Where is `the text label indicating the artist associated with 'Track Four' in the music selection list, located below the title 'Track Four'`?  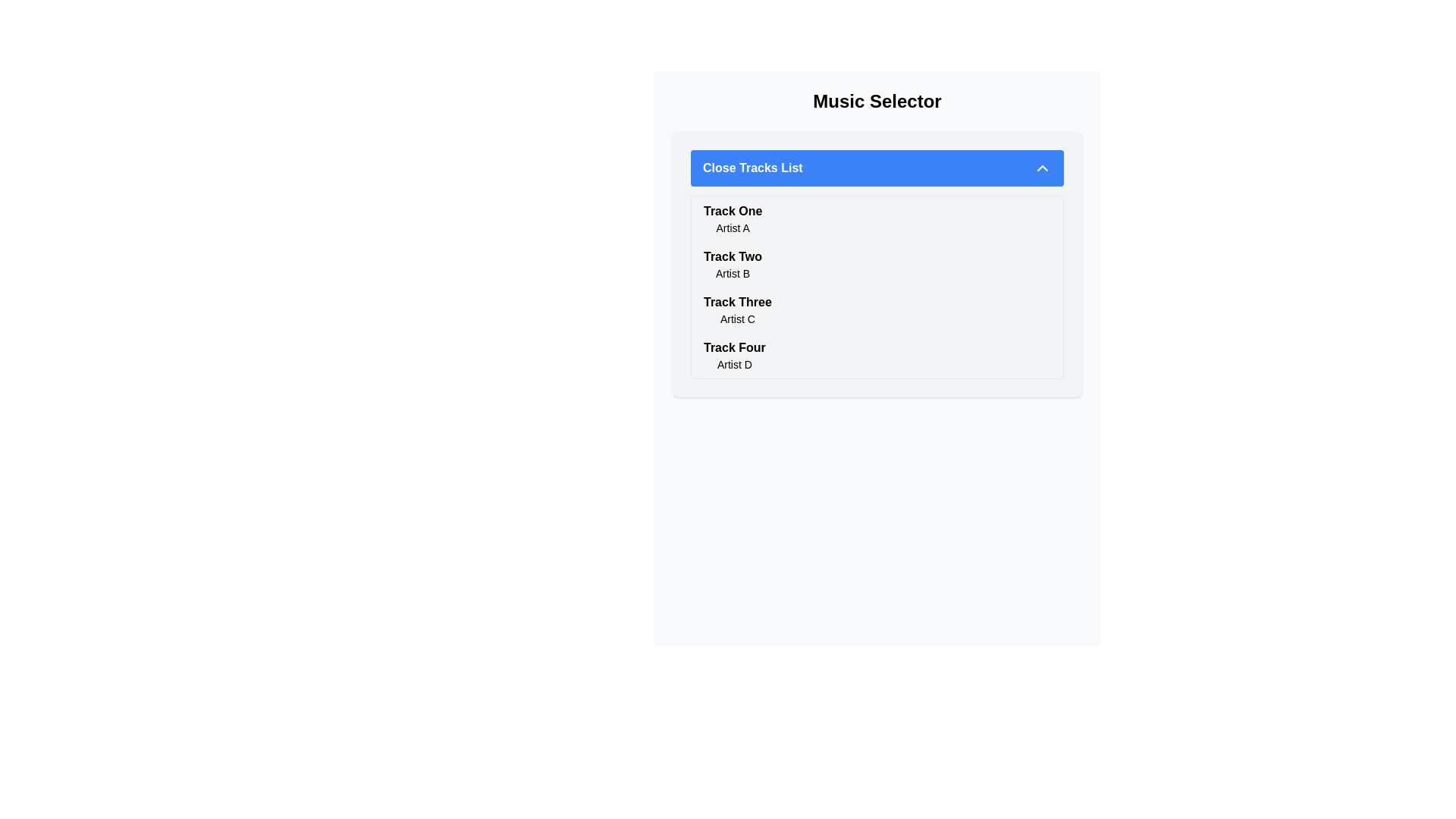 the text label indicating the artist associated with 'Track Four' in the music selection list, located below the title 'Track Four' is located at coordinates (734, 365).